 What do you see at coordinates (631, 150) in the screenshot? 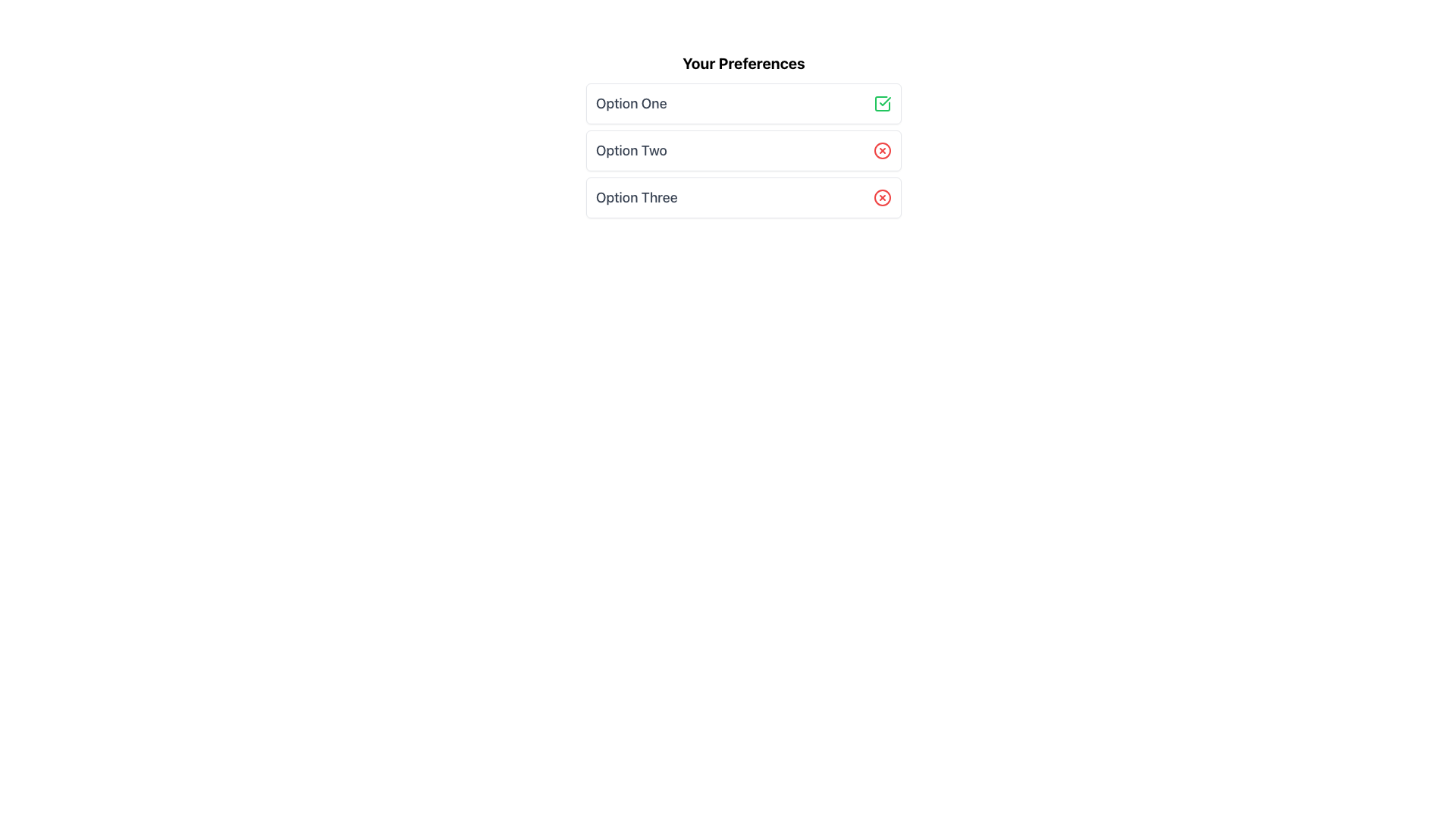
I see `the second Text label in the preference selection interface, located under the header 'Your Preferences', which indicates a choice between 'Option One' and 'Option Three'` at bounding box center [631, 150].